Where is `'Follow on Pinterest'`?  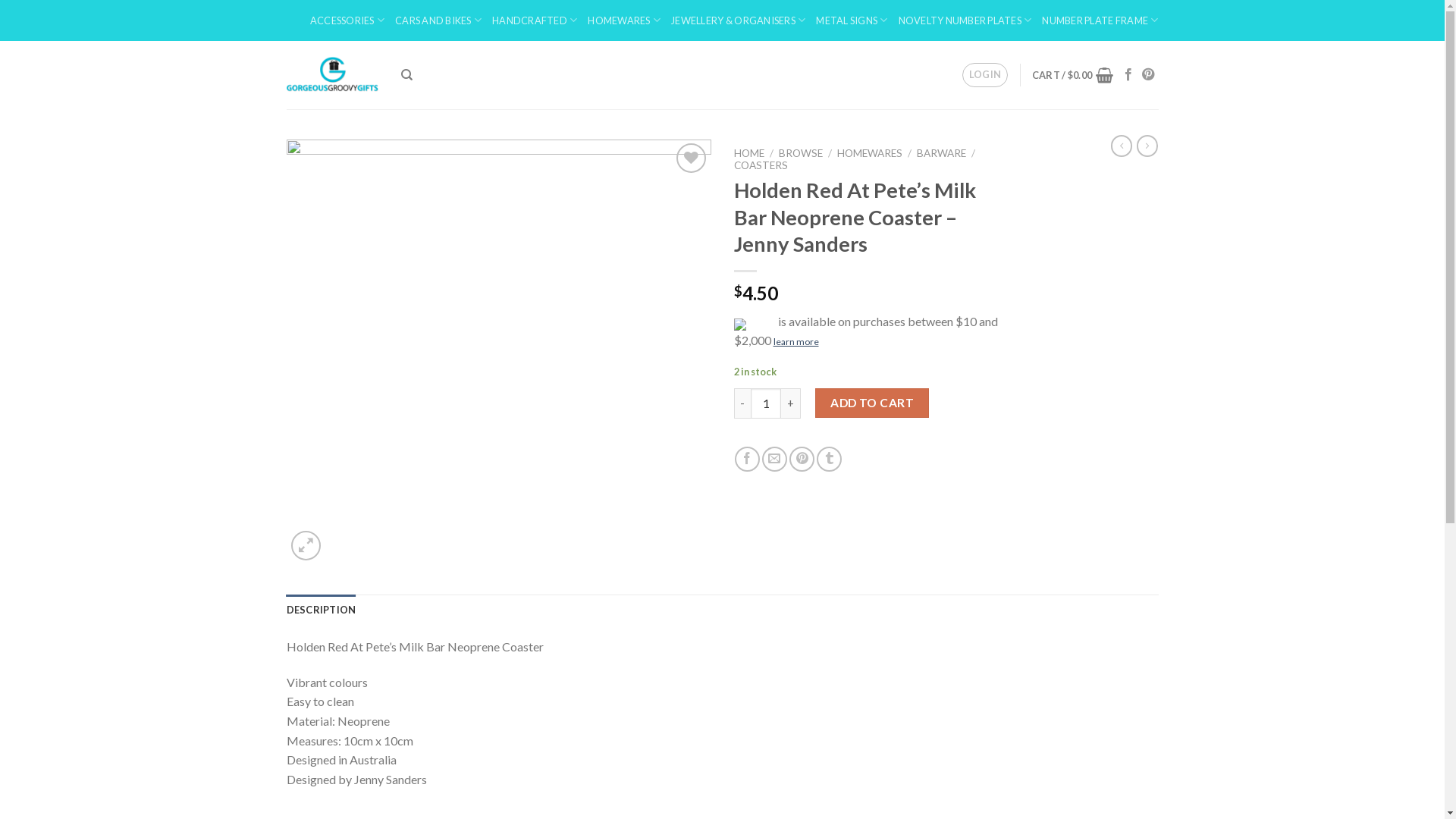 'Follow on Pinterest' is located at coordinates (1147, 75).